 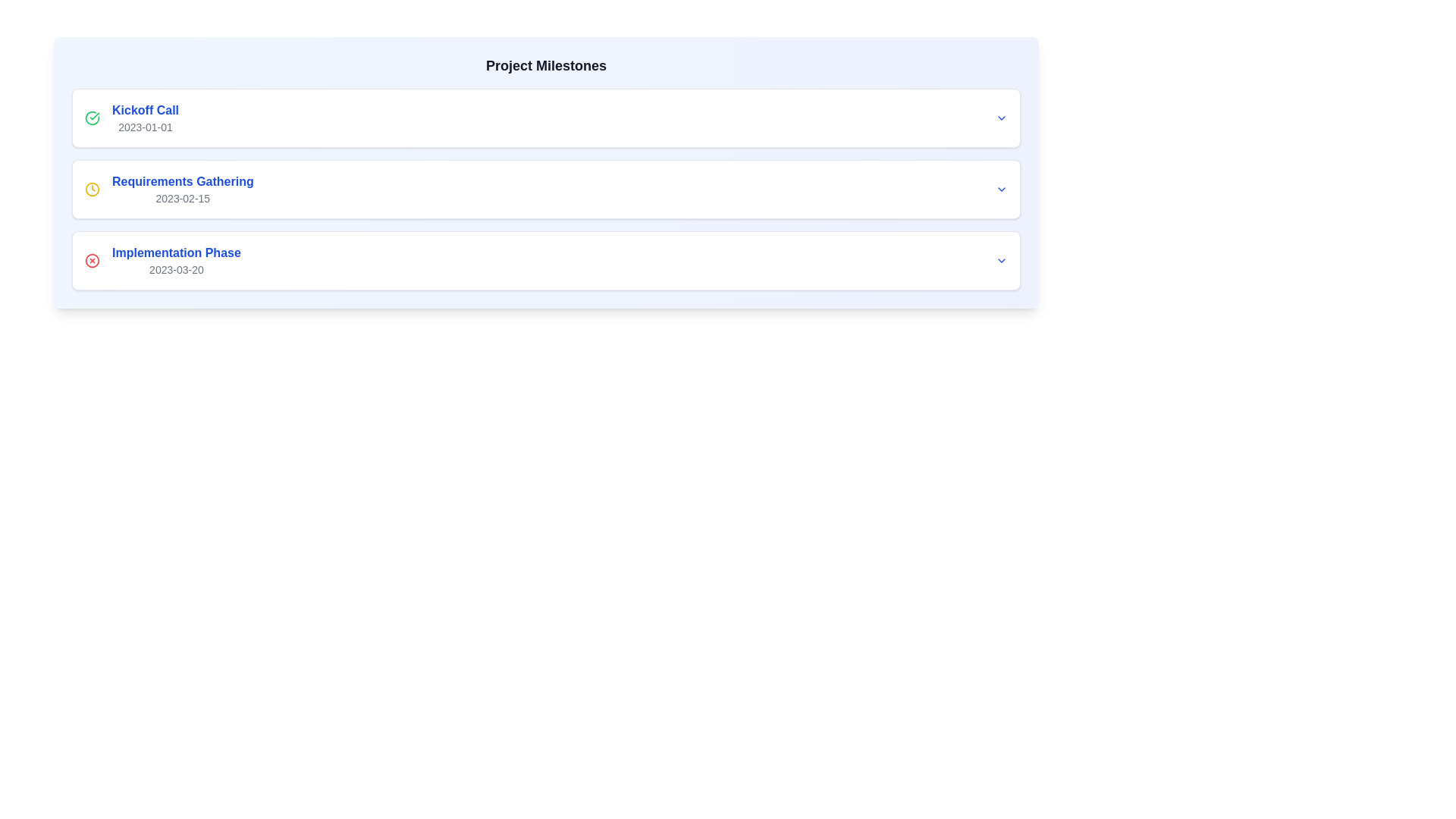 What do you see at coordinates (91, 117) in the screenshot?
I see `the icon that indicates the completion of the 'Kickoff Call' milestone, located at the start of the first row of project milestones, to the left of the text 'Kickoff Call'` at bounding box center [91, 117].